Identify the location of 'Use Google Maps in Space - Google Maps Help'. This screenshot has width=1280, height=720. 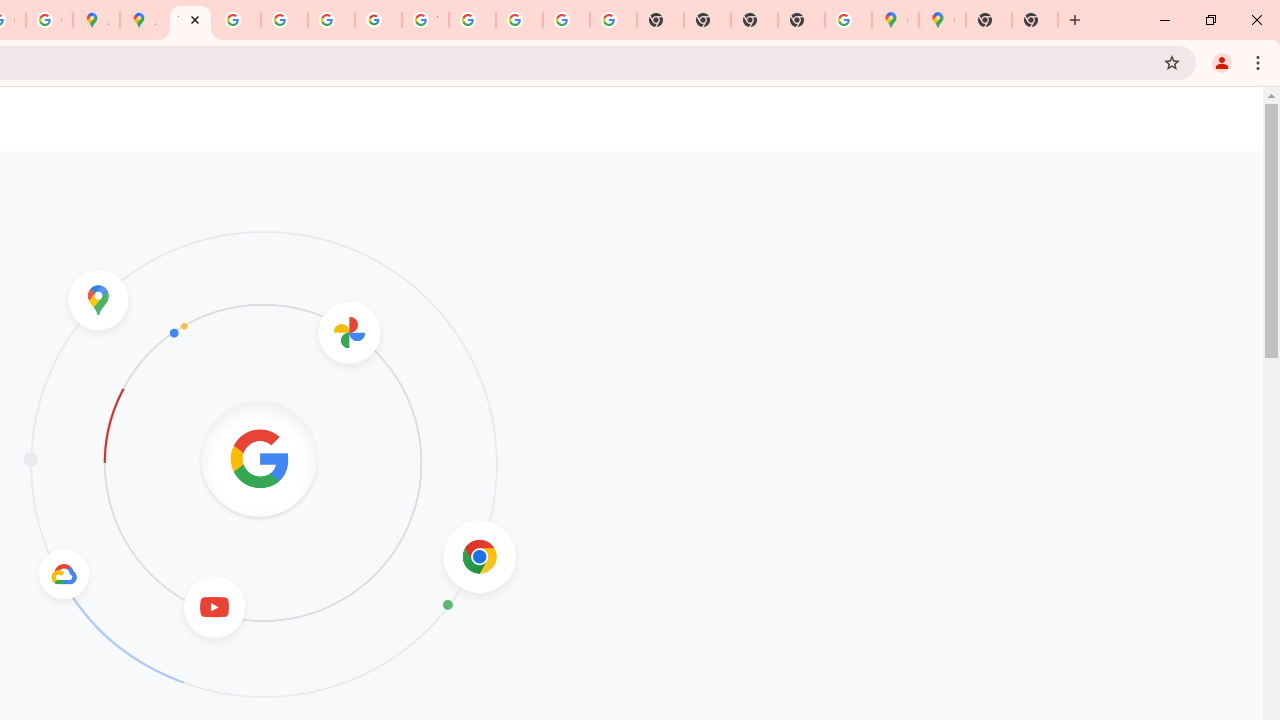
(848, 20).